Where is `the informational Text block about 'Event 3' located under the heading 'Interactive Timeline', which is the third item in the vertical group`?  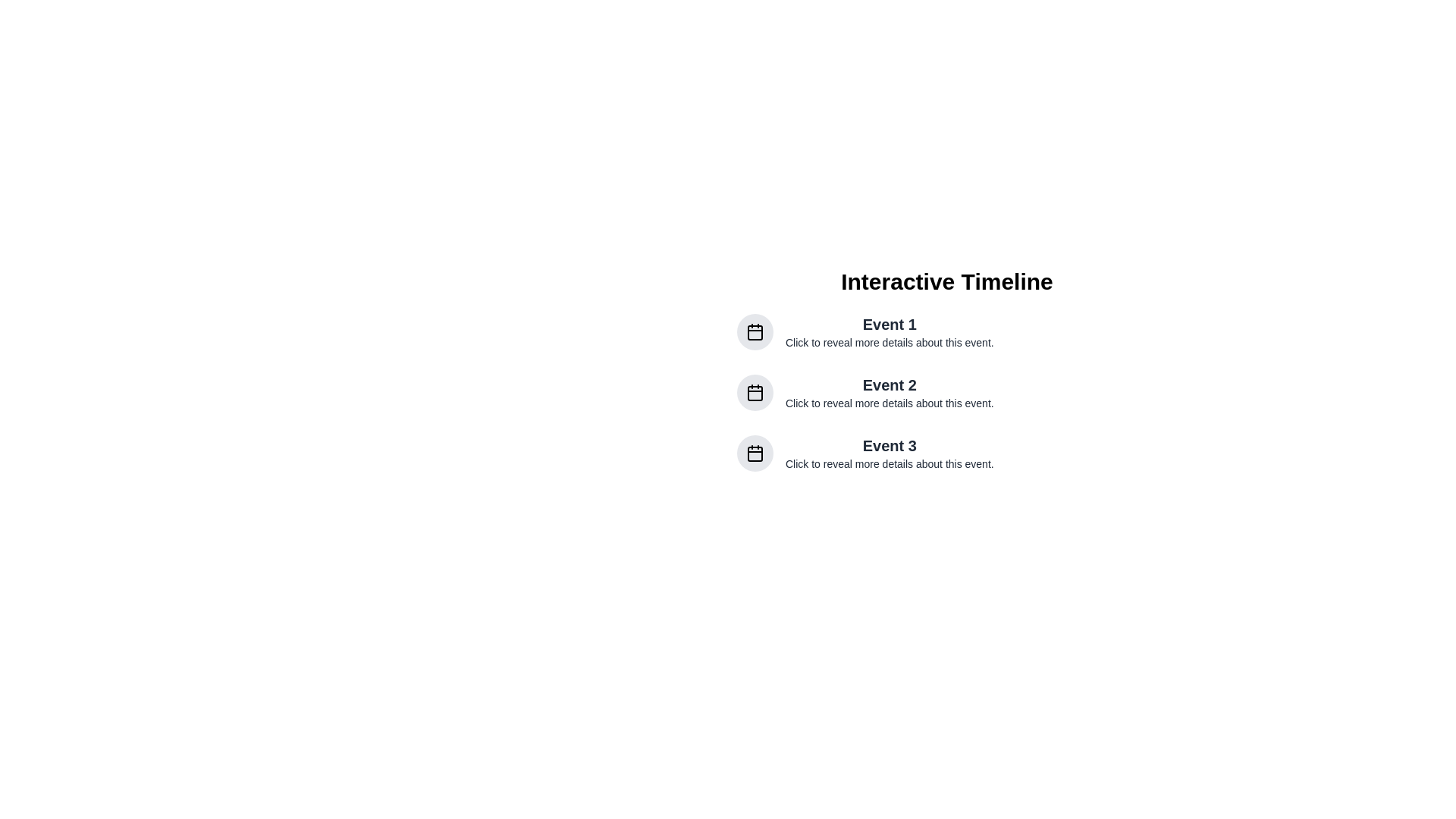
the informational Text block about 'Event 3' located under the heading 'Interactive Timeline', which is the third item in the vertical group is located at coordinates (890, 452).